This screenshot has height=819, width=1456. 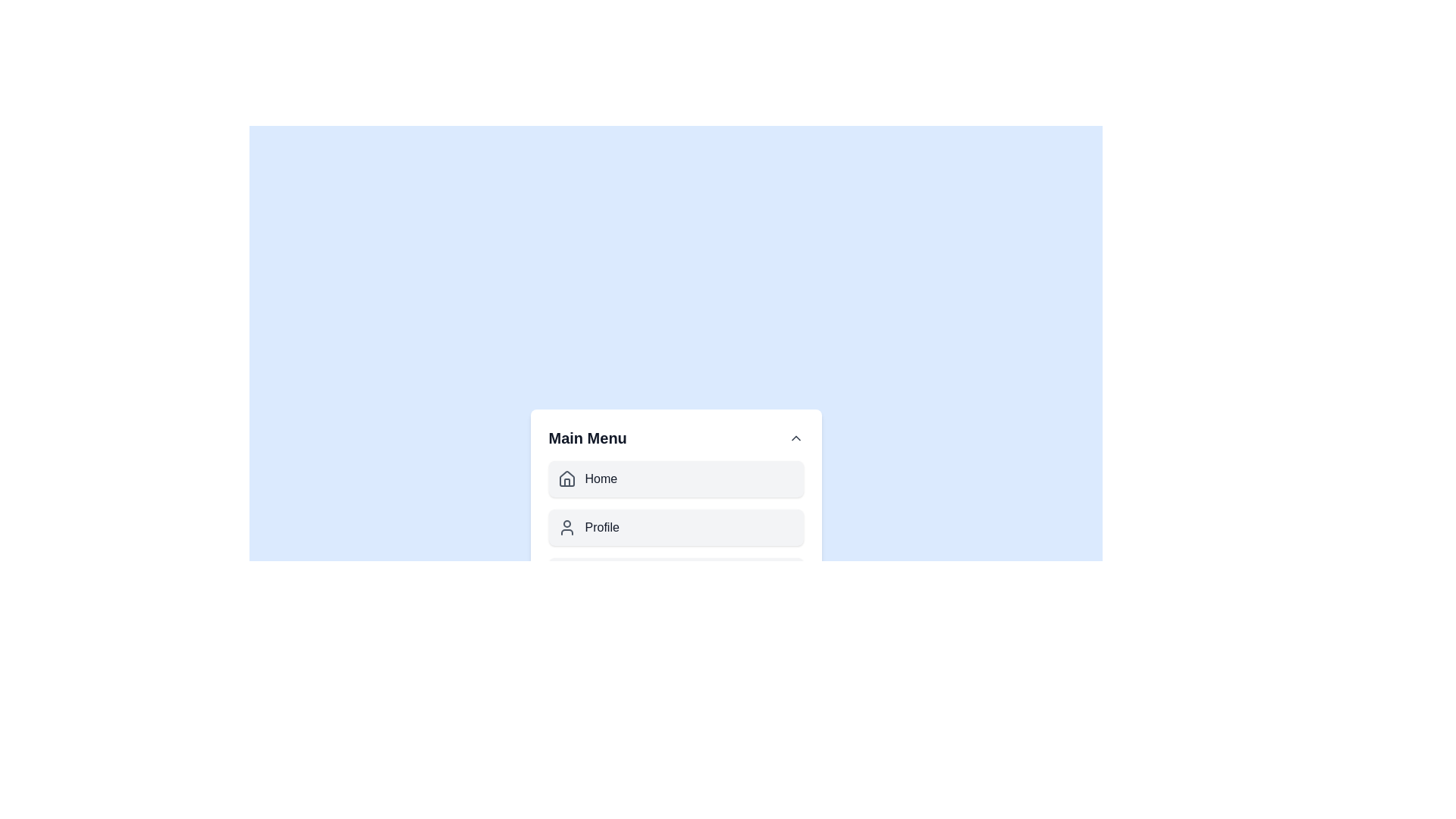 What do you see at coordinates (675, 526) in the screenshot?
I see `the menu item Profile` at bounding box center [675, 526].